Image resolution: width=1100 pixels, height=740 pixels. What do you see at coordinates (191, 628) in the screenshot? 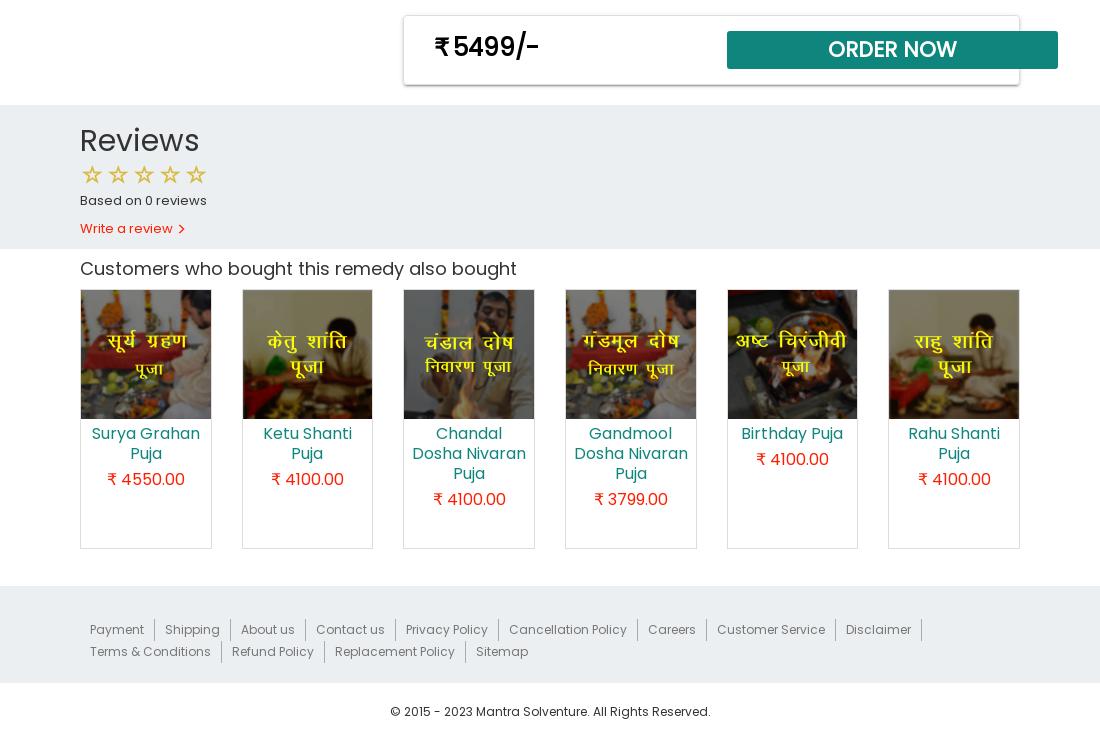
I see `'Shipping'` at bounding box center [191, 628].